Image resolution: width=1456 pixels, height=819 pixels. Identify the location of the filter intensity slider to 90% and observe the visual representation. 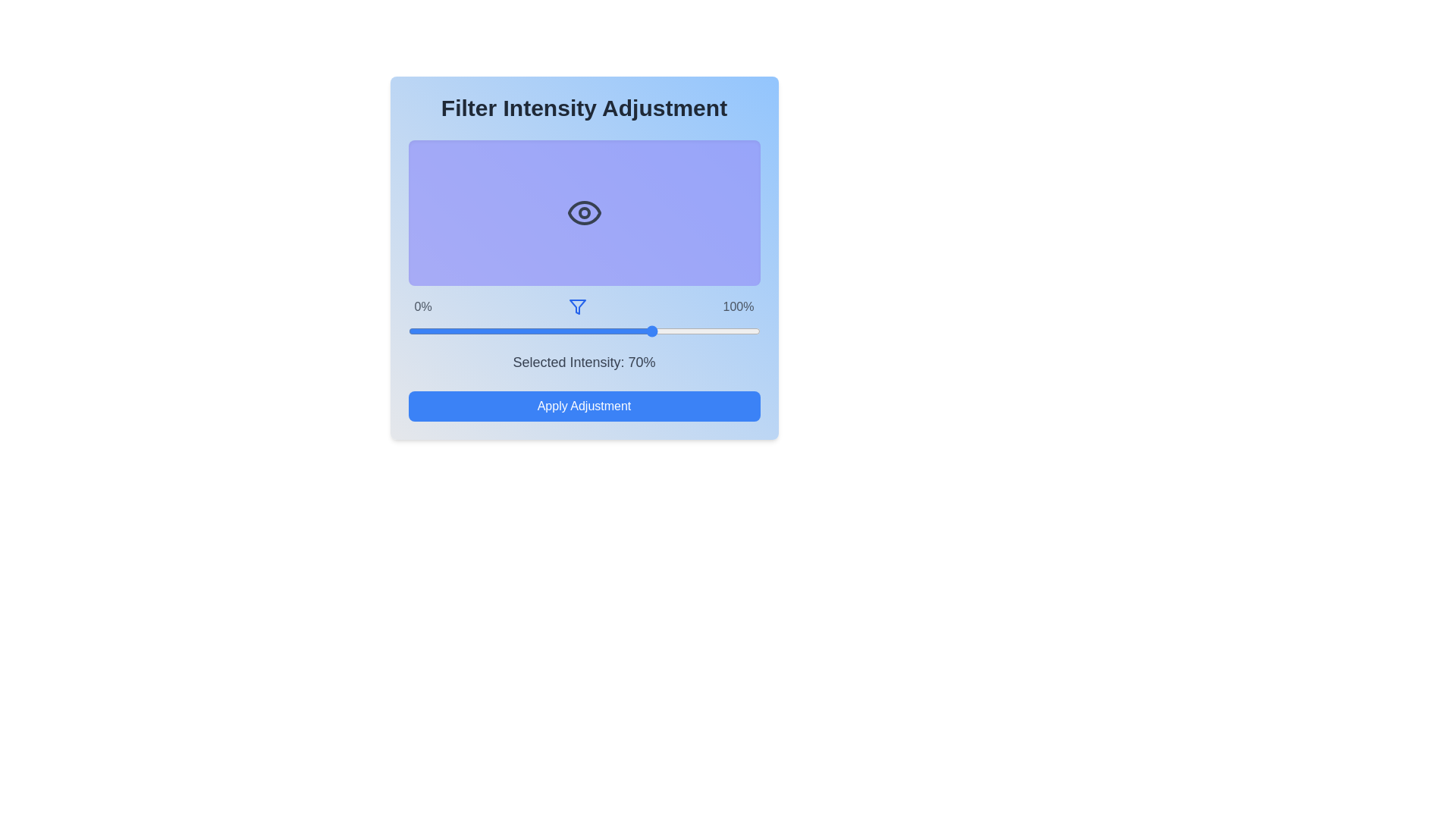
(724, 330).